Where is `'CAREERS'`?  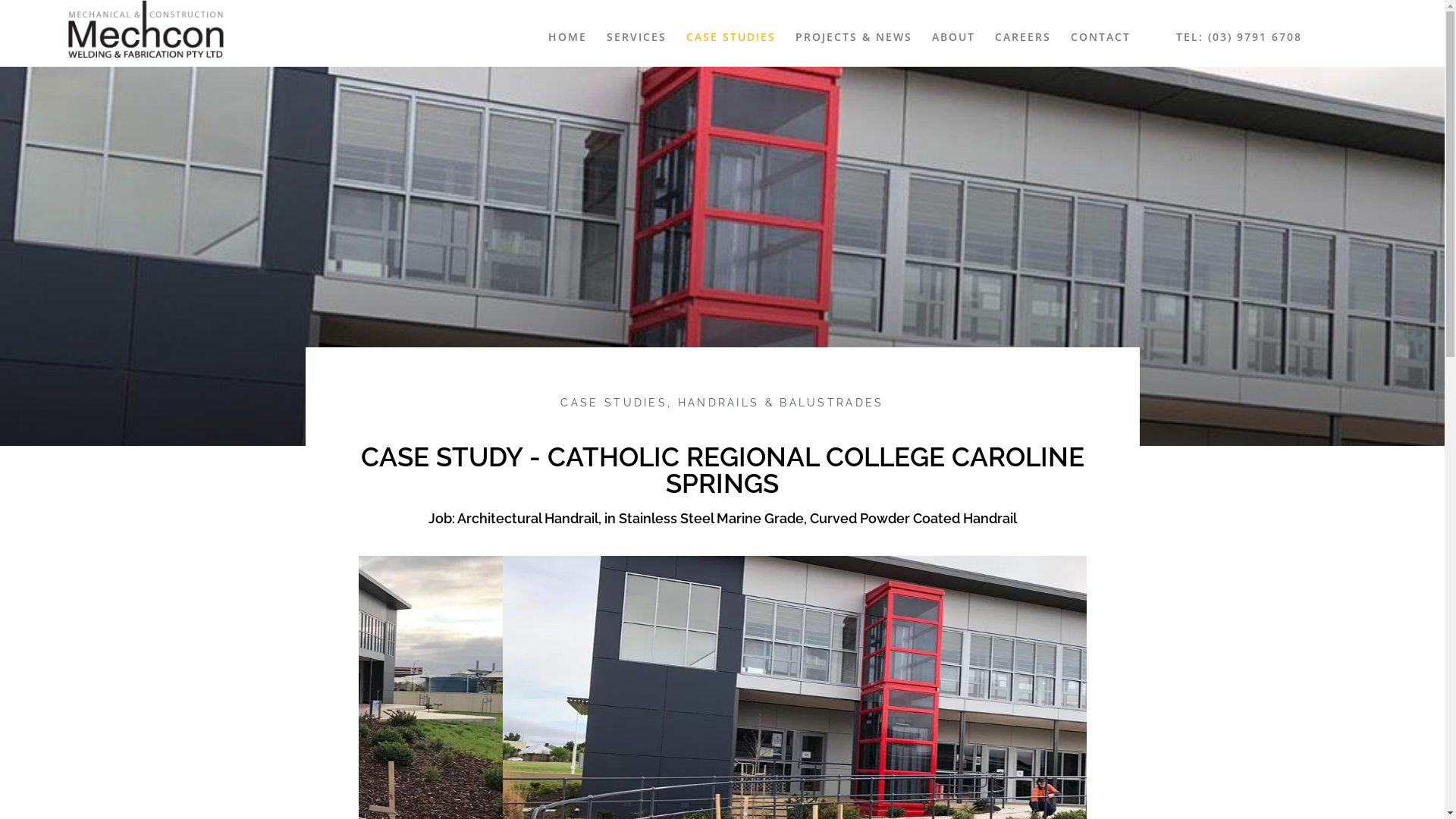 'CAREERS' is located at coordinates (987, 36).